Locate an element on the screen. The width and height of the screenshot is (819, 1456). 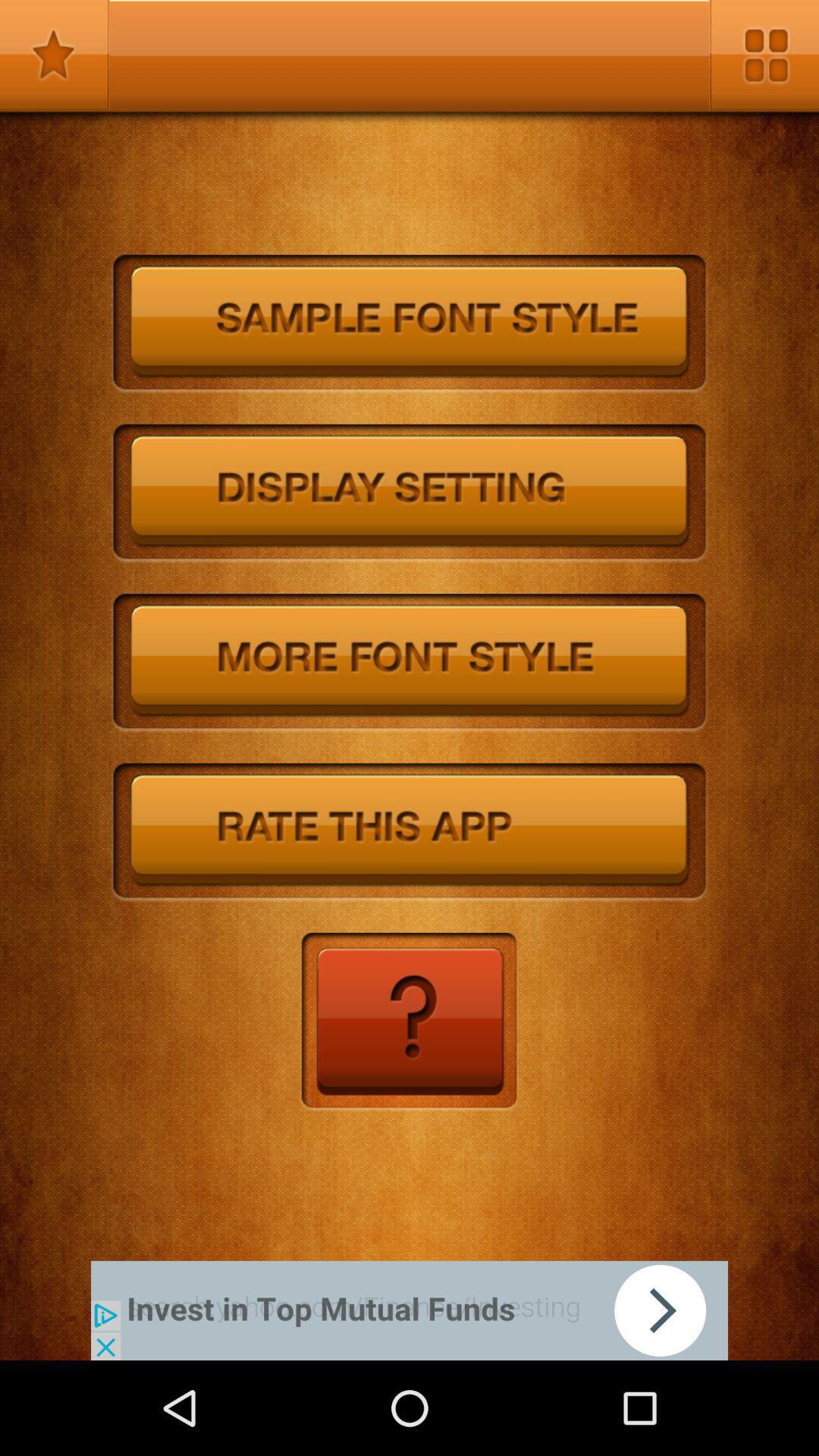
display setting is located at coordinates (409, 494).